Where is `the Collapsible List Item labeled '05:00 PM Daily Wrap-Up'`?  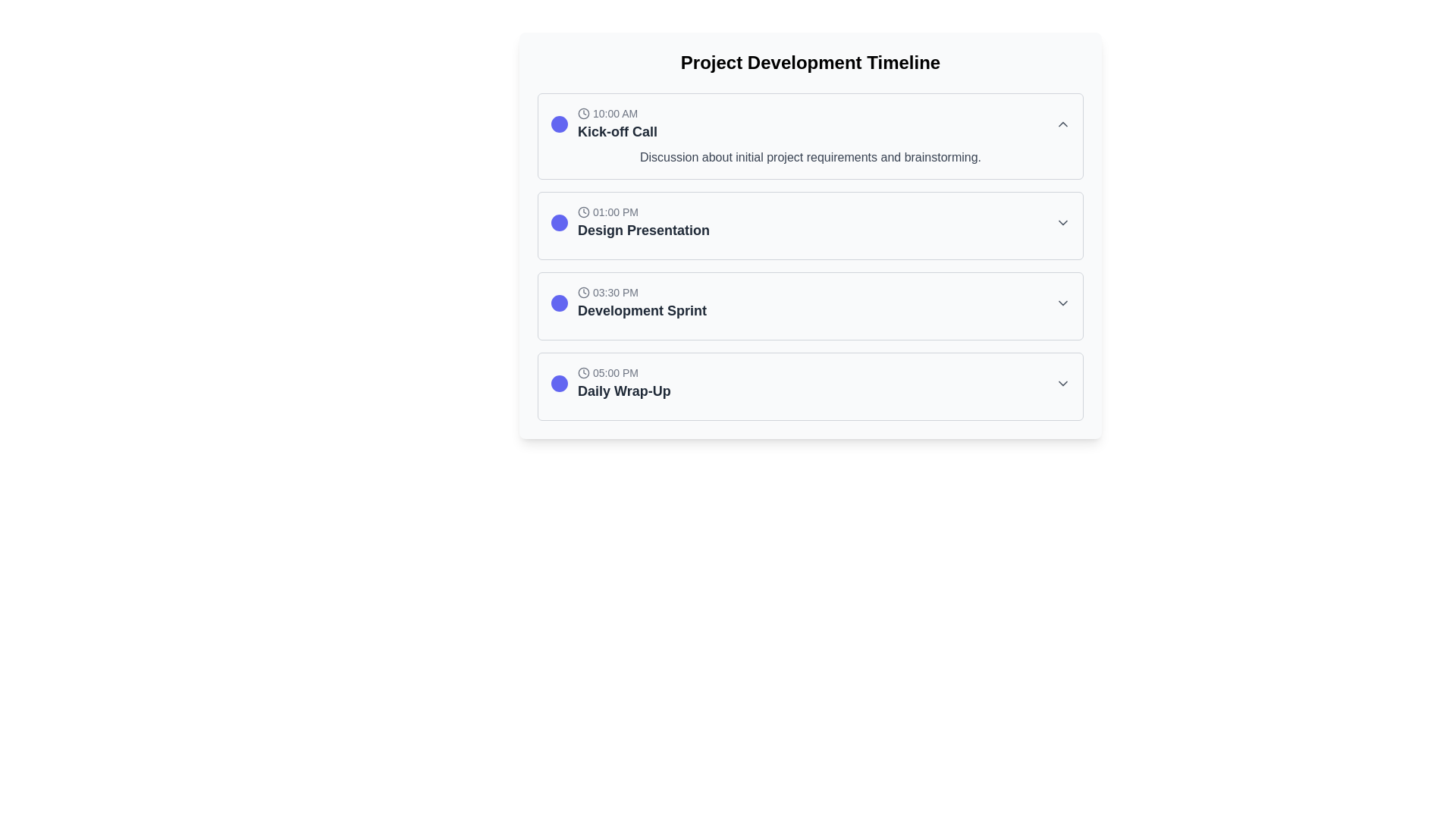
the Collapsible List Item labeled '05:00 PM Daily Wrap-Up' is located at coordinates (810, 385).